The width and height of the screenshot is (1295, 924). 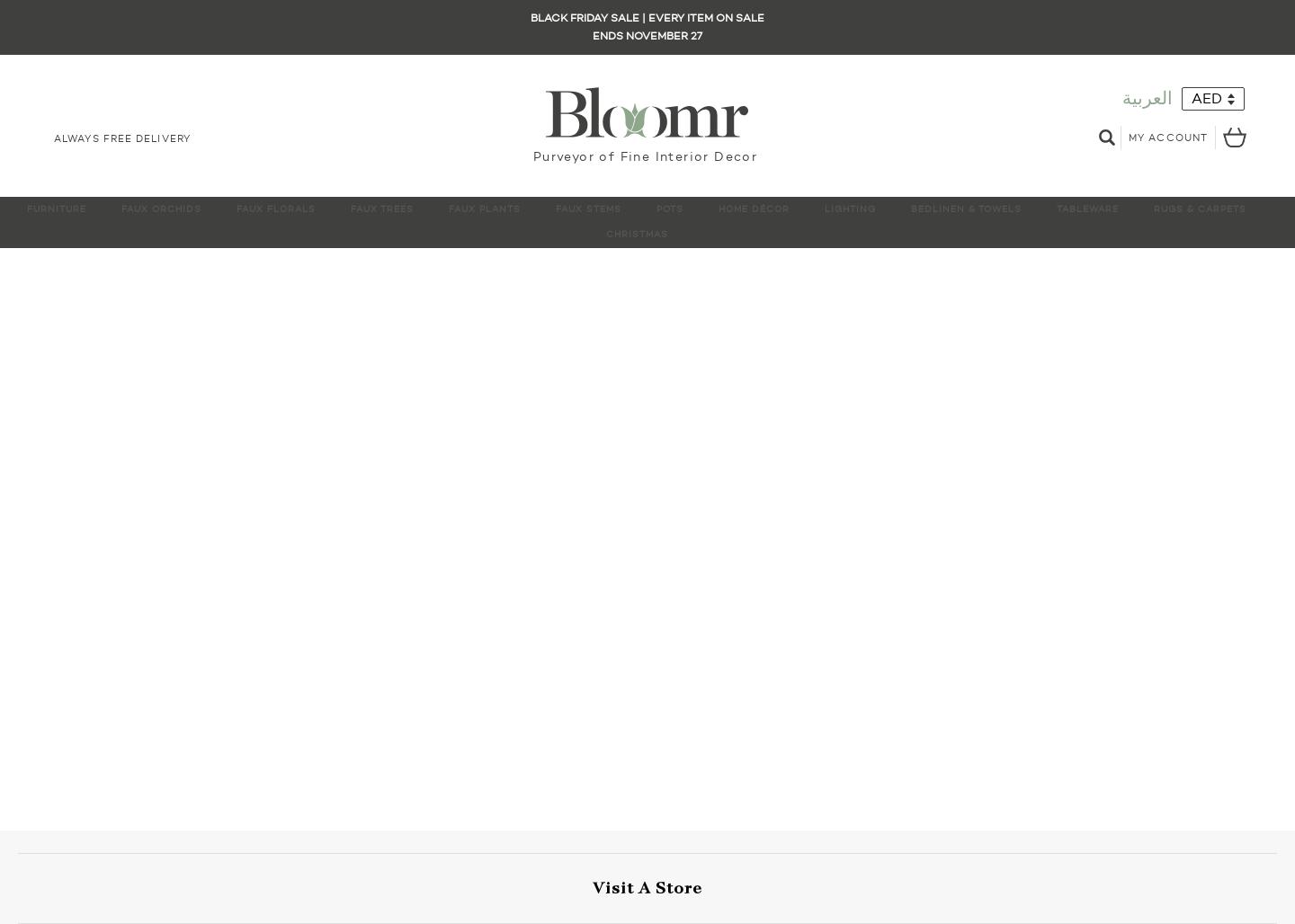 What do you see at coordinates (754, 208) in the screenshot?
I see `'Home Décor'` at bounding box center [754, 208].